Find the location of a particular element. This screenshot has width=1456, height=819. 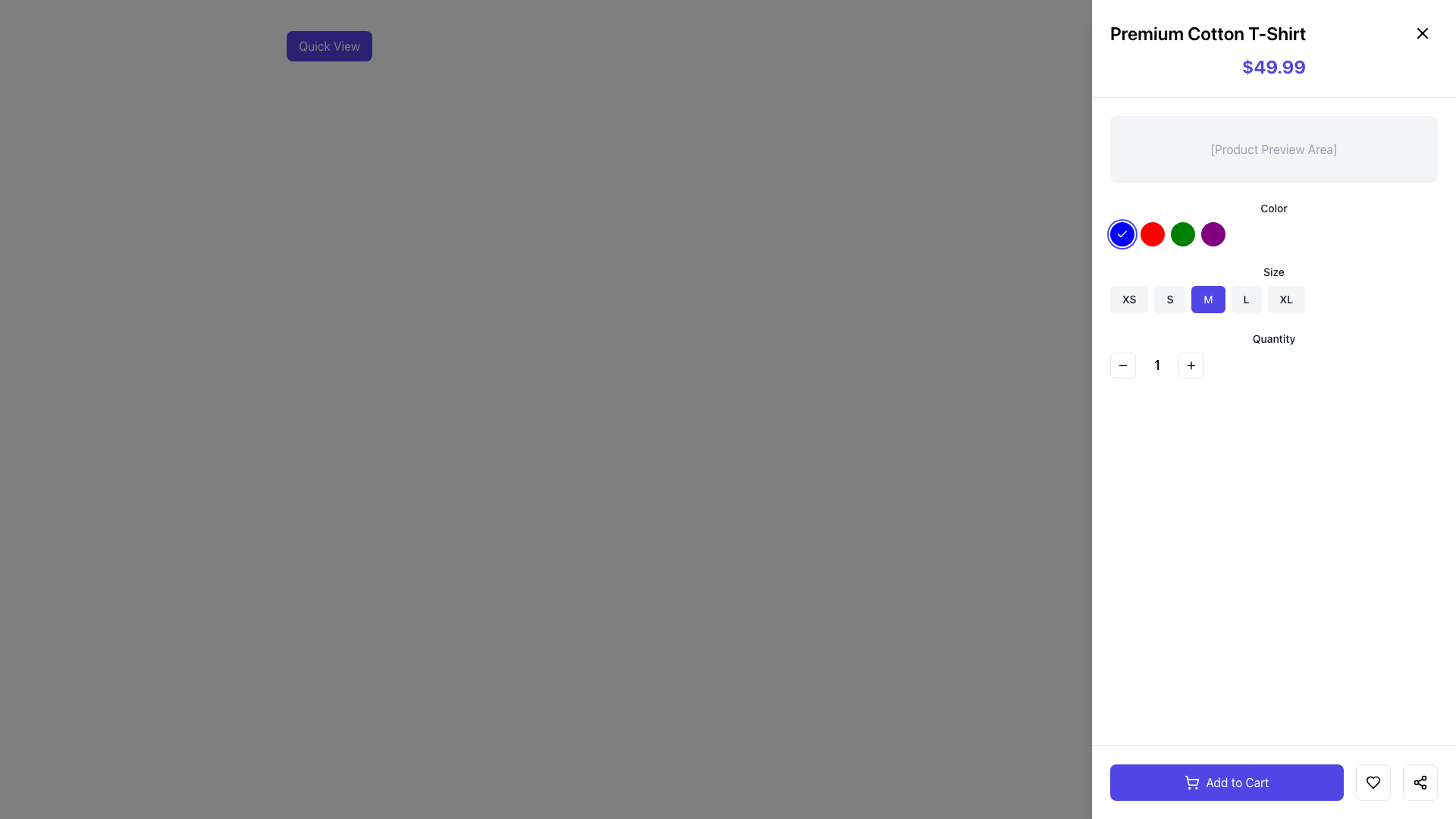

the Minus Icon button located to the left of the quantity selector in the 'Quantity' section to decrease the quantity of the selected item is located at coordinates (1123, 366).